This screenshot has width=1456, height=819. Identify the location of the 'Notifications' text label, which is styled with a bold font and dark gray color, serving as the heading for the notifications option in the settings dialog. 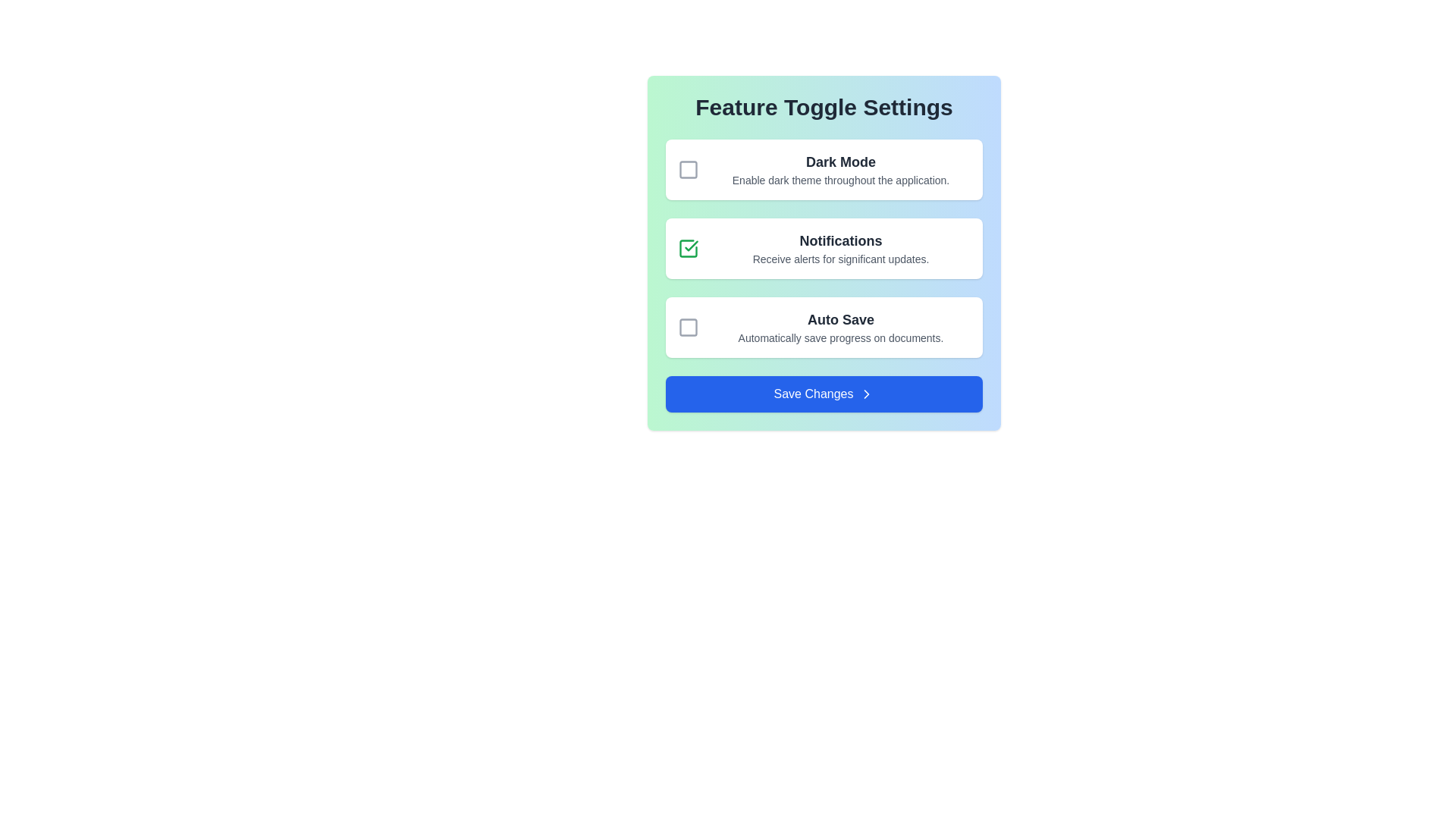
(839, 240).